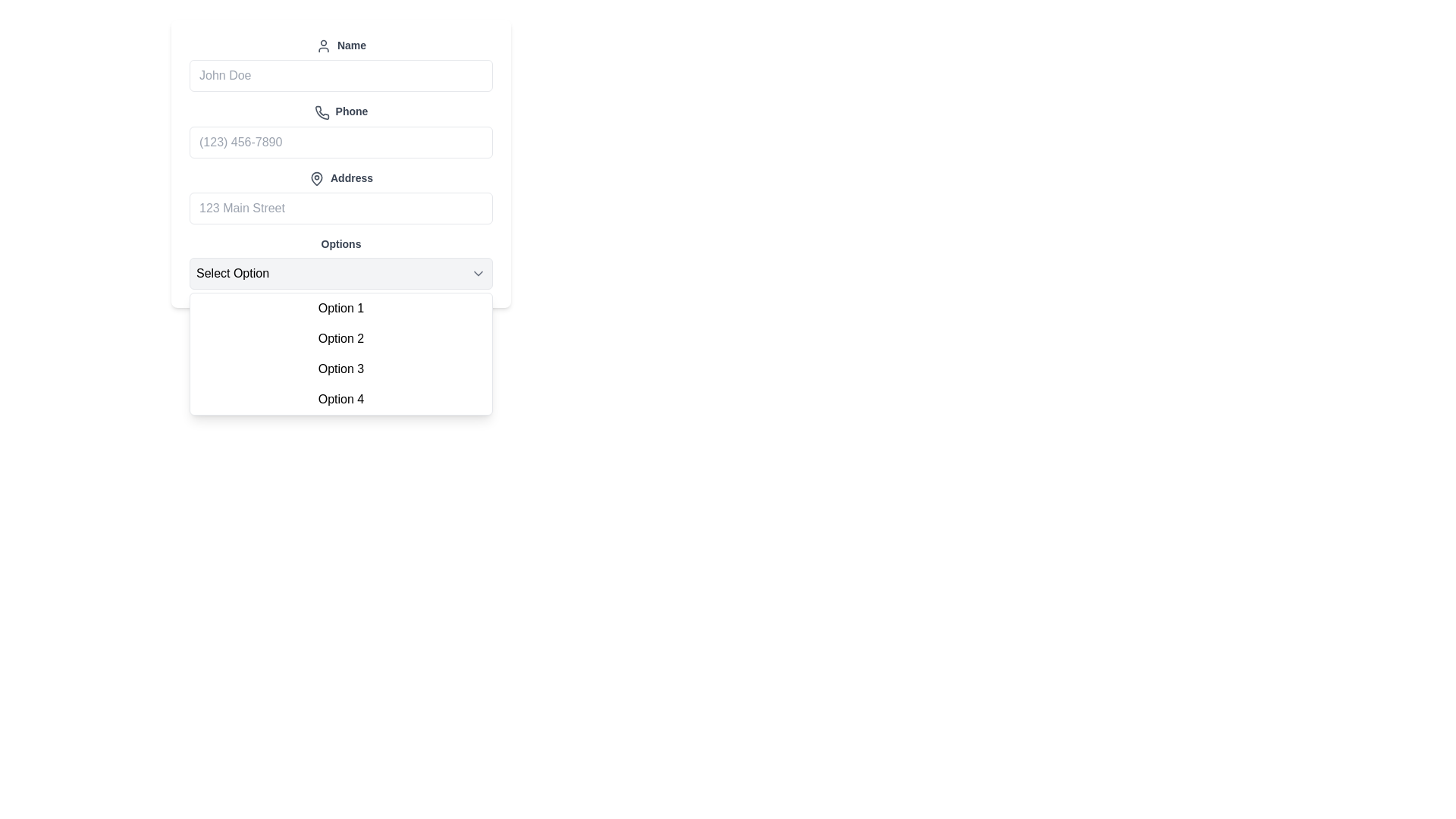 Image resolution: width=1456 pixels, height=819 pixels. I want to click on the phone number input field icon located immediately to the left of the 'Phone' label, so click(321, 111).